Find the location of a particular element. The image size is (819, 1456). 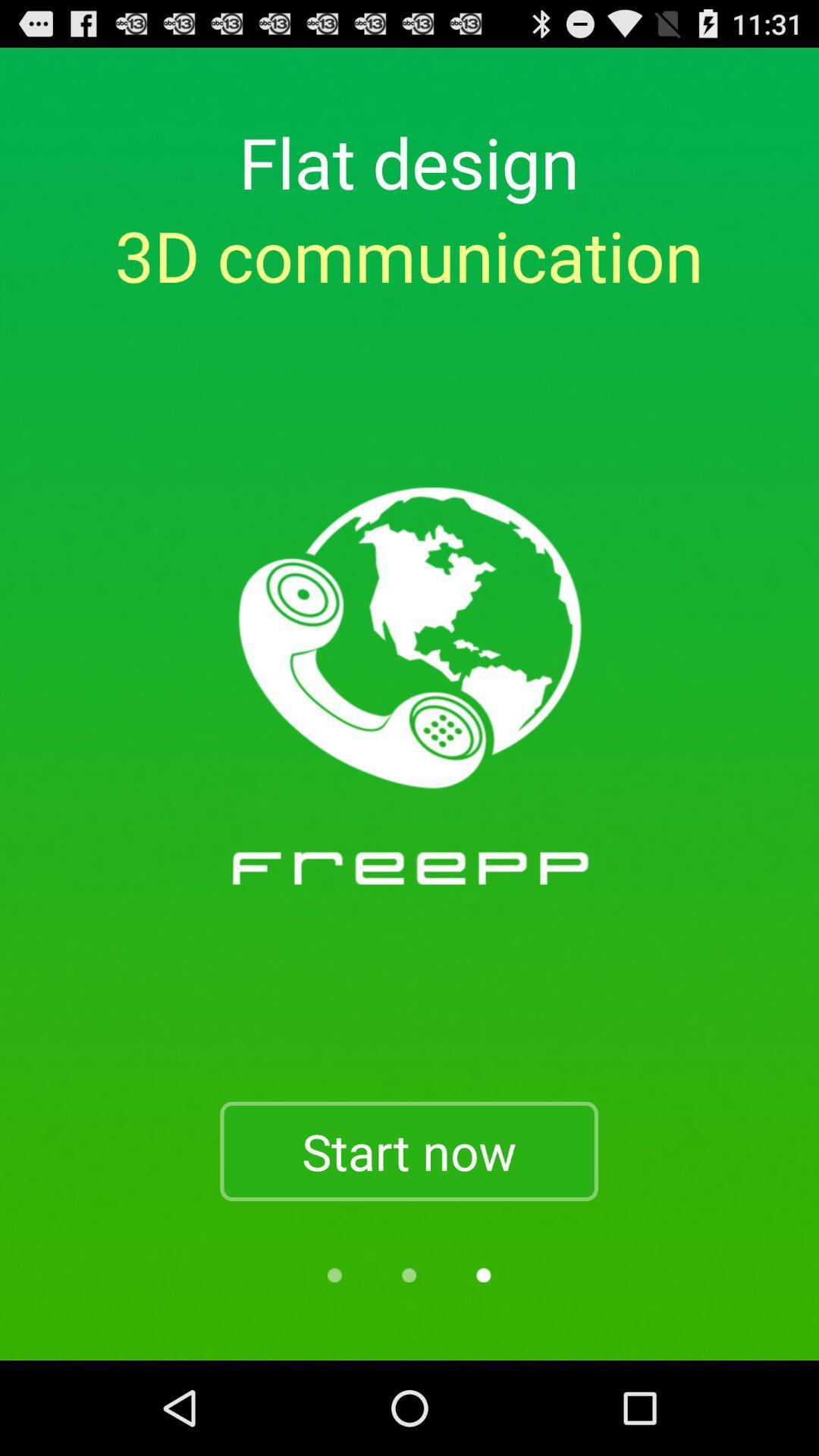

next page is located at coordinates (483, 1274).